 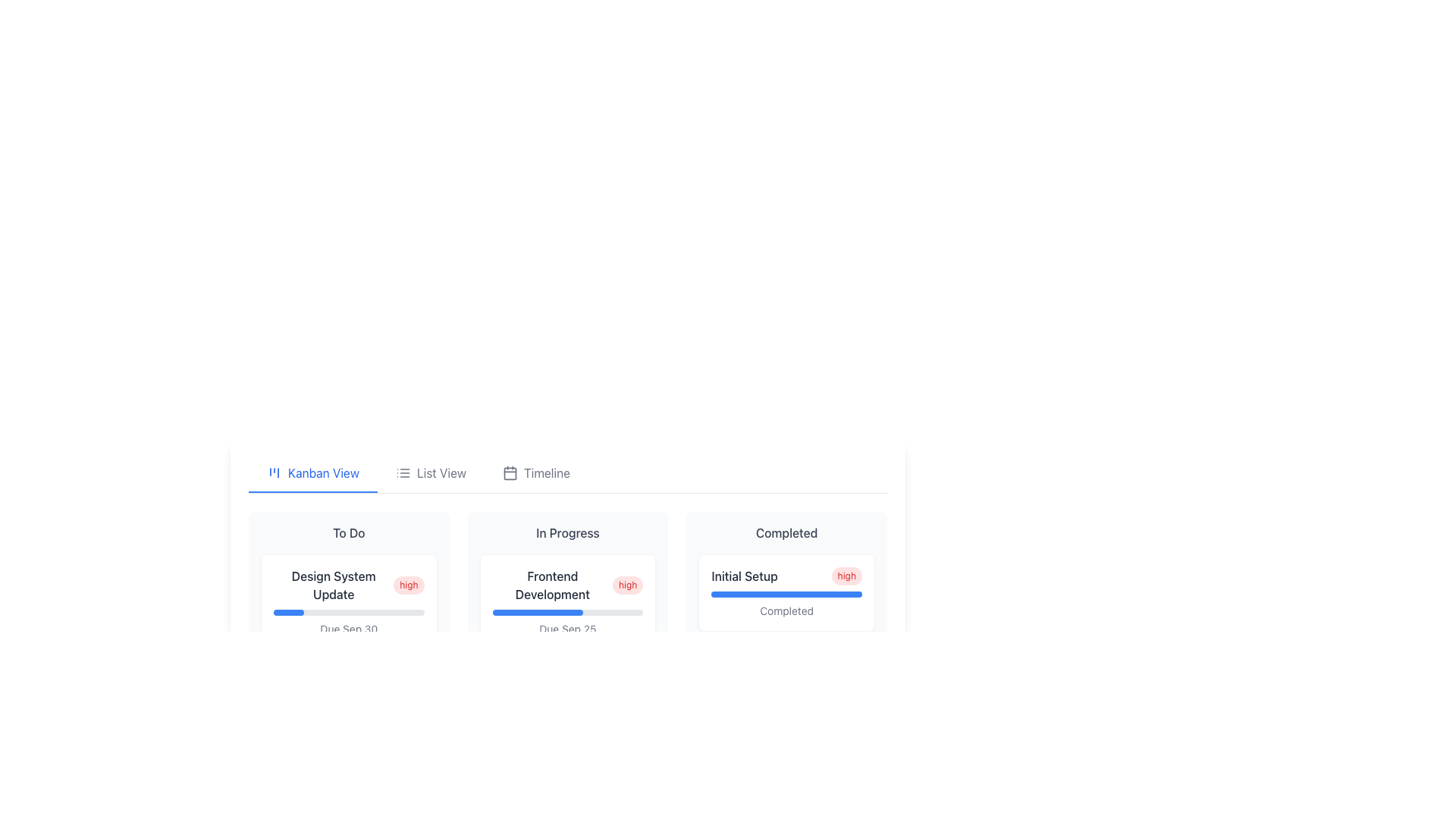 What do you see at coordinates (348, 532) in the screenshot?
I see `the 'To Do' label, which is styled with a medium-weight font and gray color, located at the top of the leftmost column in the Kanban board layout` at bounding box center [348, 532].